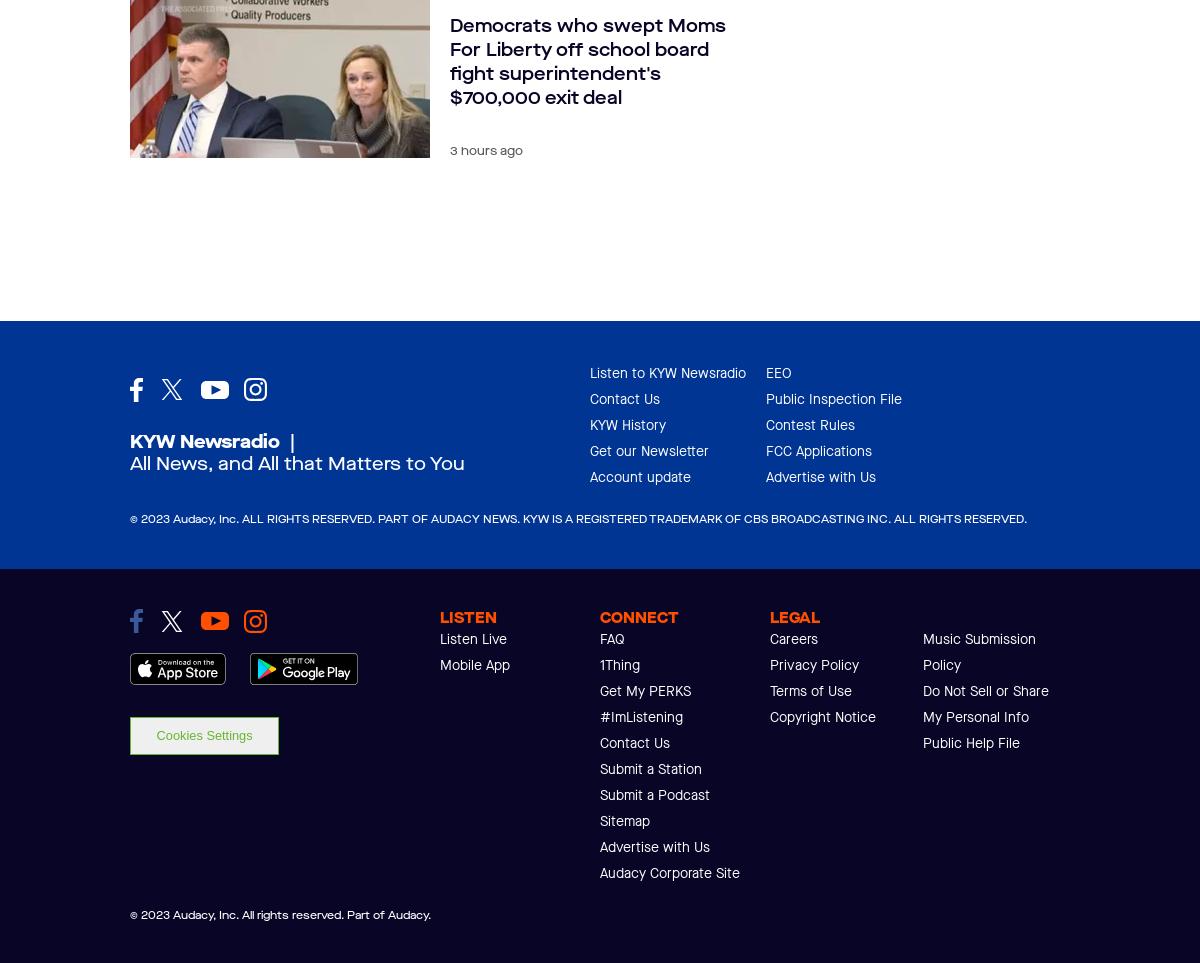 This screenshot has height=963, width=1200. What do you see at coordinates (640, 476) in the screenshot?
I see `'Account update'` at bounding box center [640, 476].